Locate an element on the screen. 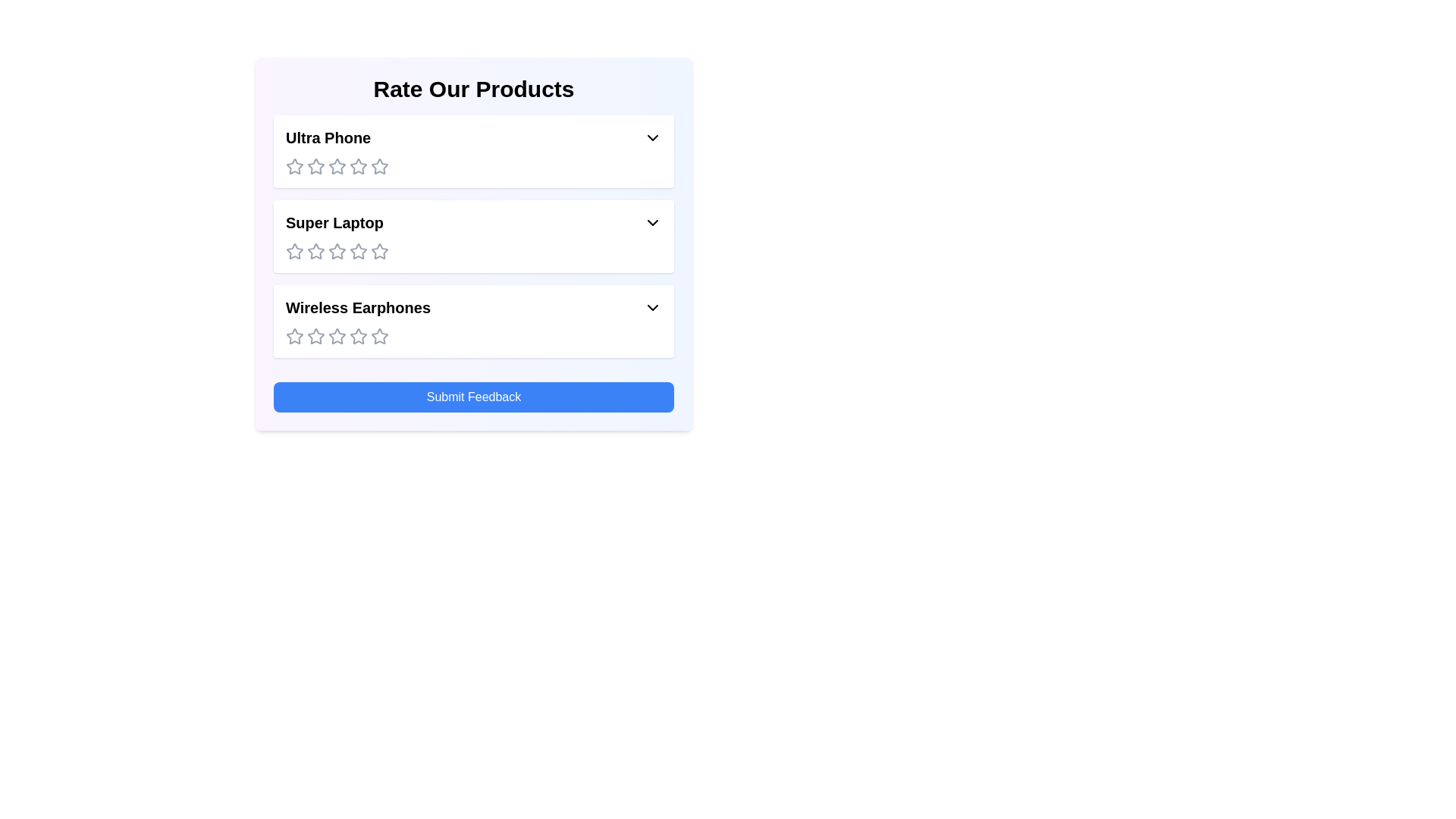 The height and width of the screenshot is (819, 1456). the rating for the product 'Super Laptop' to 1 stars is located at coordinates (294, 250).